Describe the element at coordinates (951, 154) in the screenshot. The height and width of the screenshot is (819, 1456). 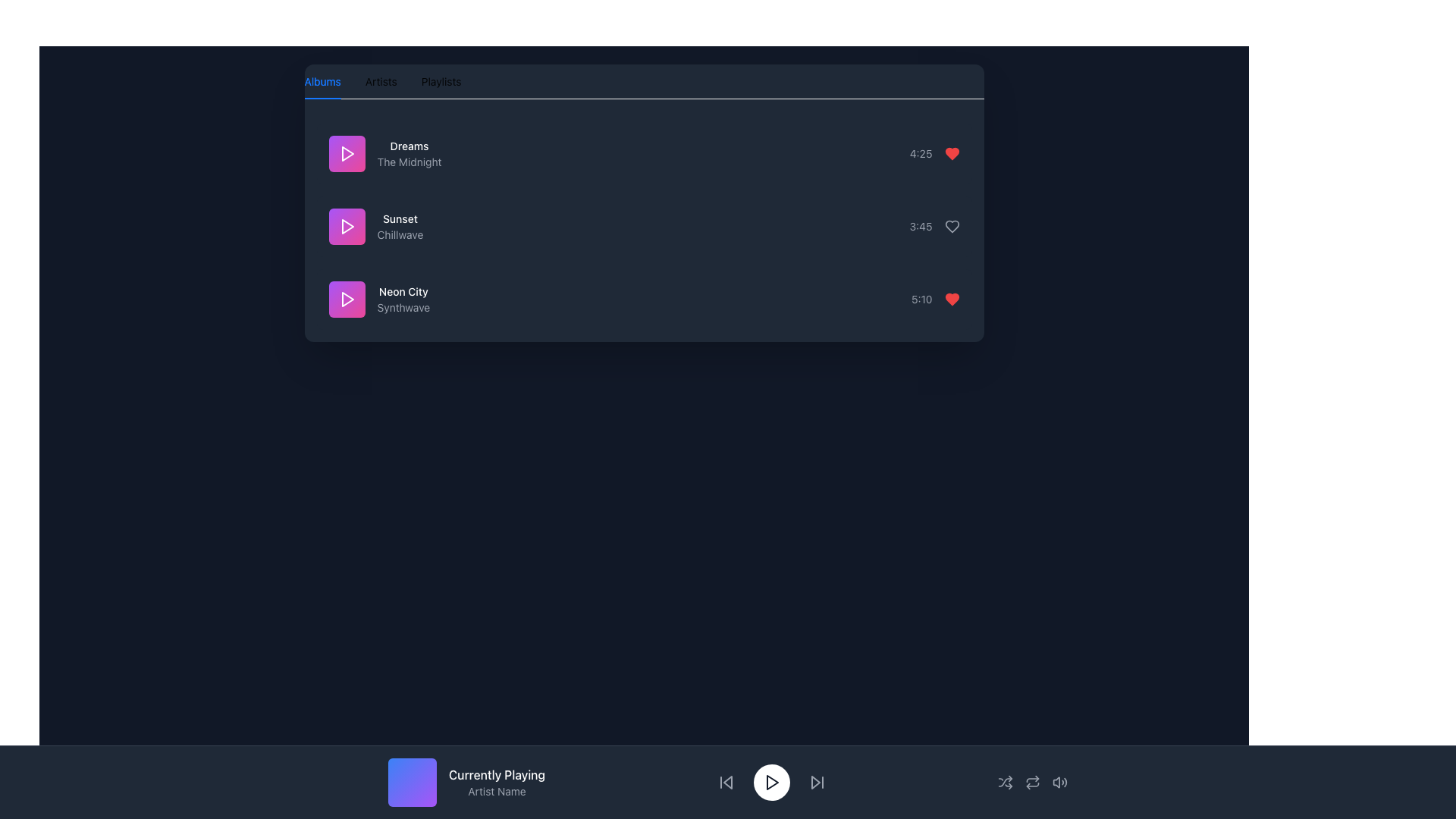
I see `the favorite button (heart icon) located on the right side of the song 'Dreams'` at that location.